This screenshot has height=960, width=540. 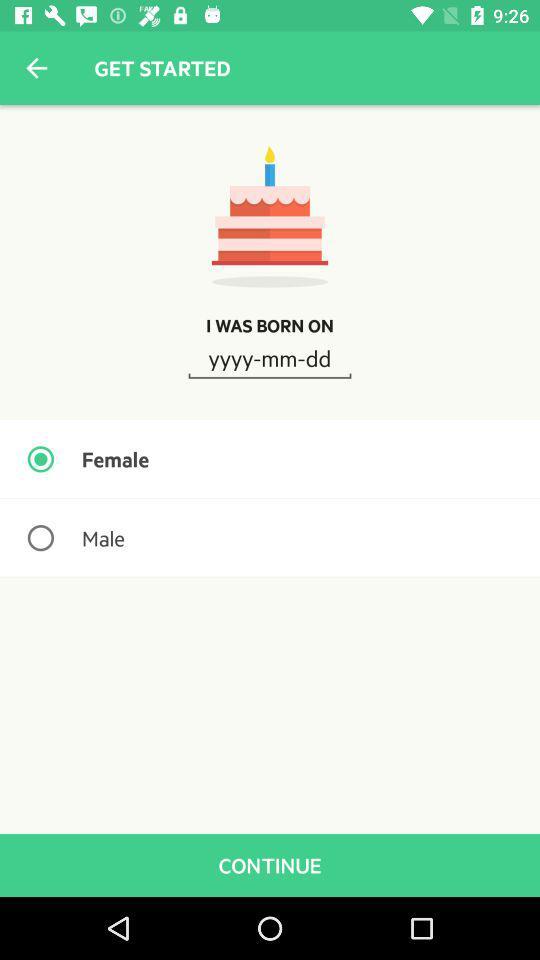 What do you see at coordinates (270, 864) in the screenshot?
I see `the continue icon` at bounding box center [270, 864].